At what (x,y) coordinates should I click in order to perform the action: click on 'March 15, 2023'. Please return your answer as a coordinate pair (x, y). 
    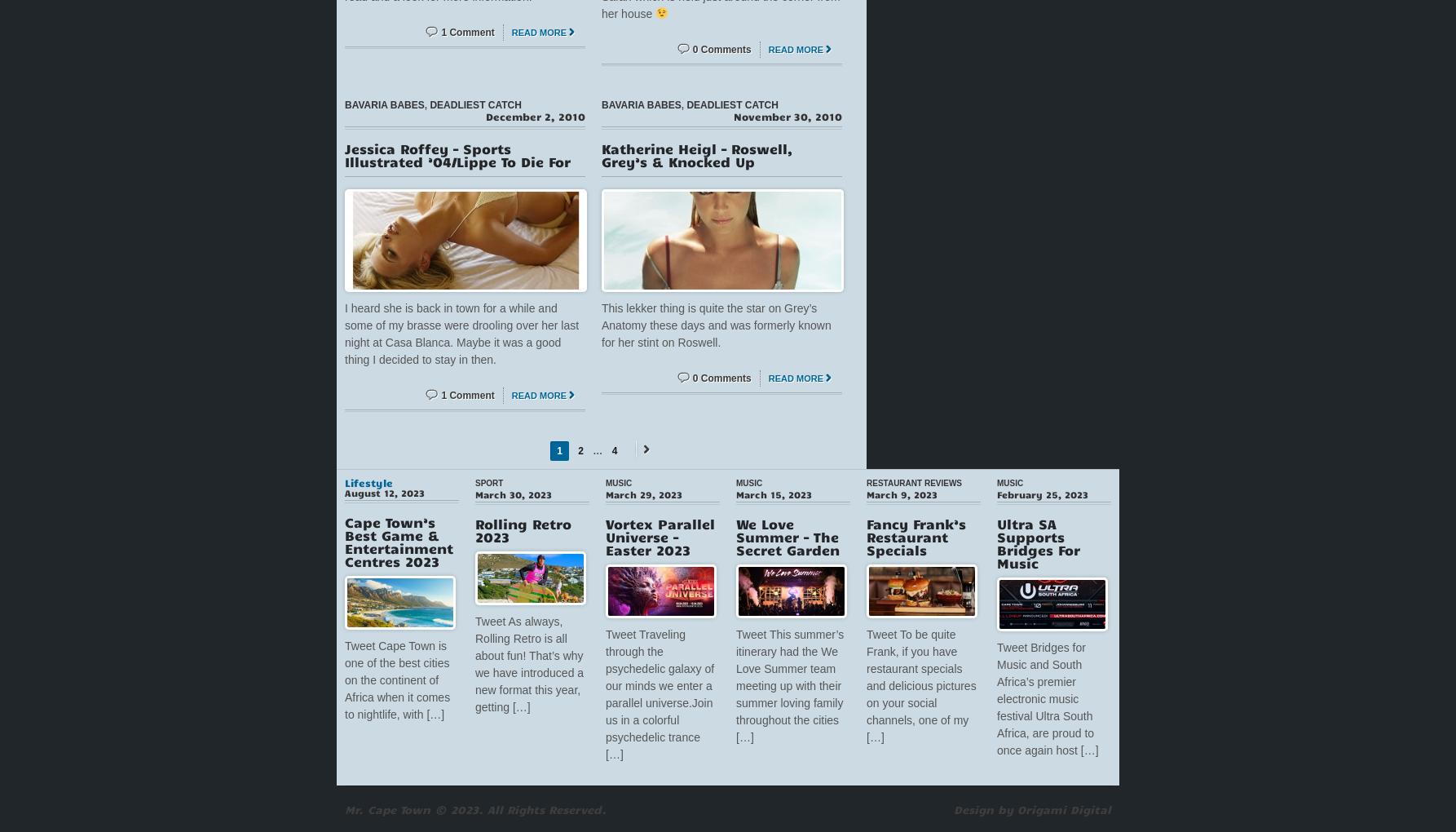
    Looking at the image, I should click on (736, 492).